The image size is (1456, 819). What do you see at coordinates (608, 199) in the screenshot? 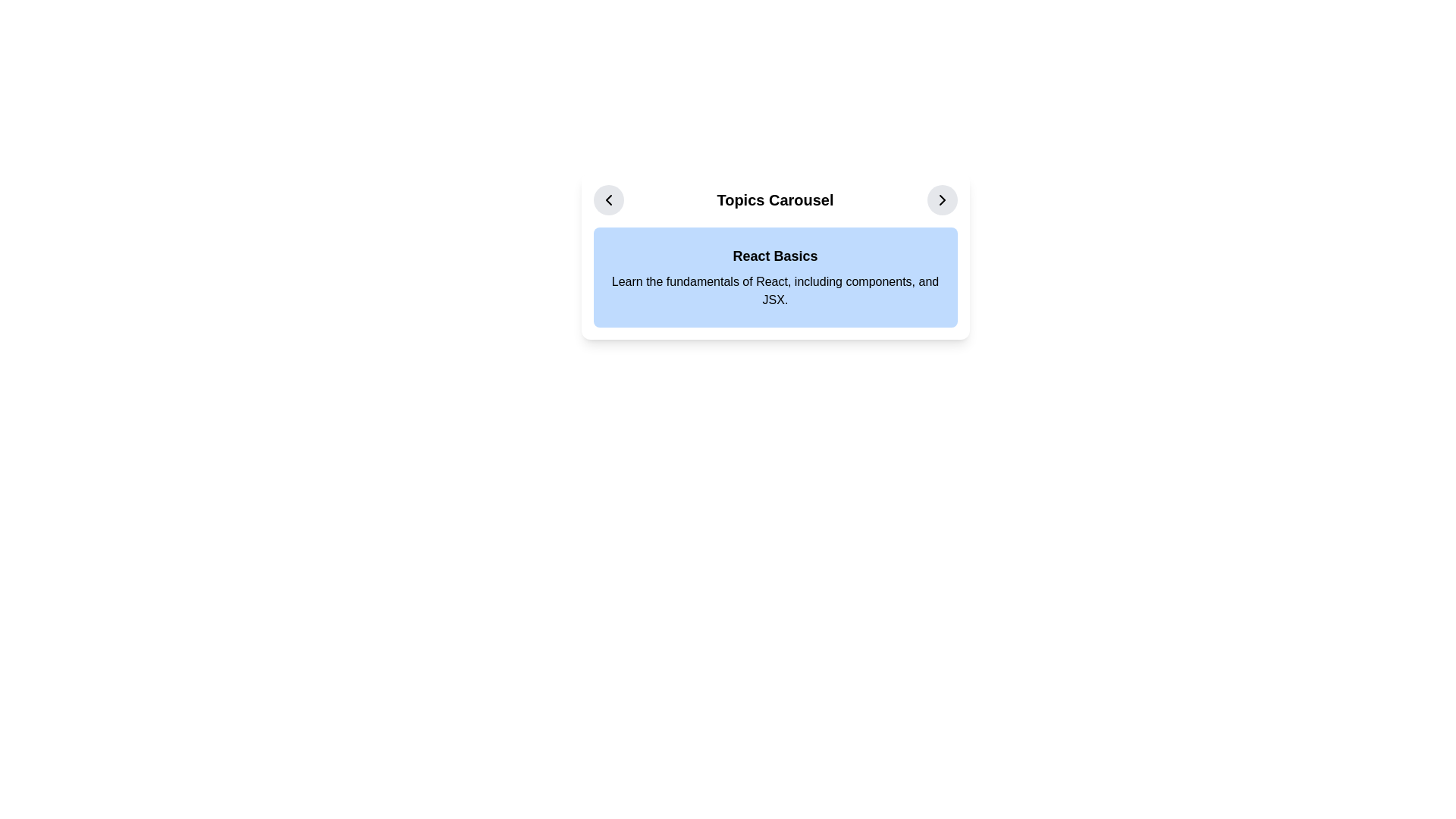
I see `the chevron icon` at bounding box center [608, 199].